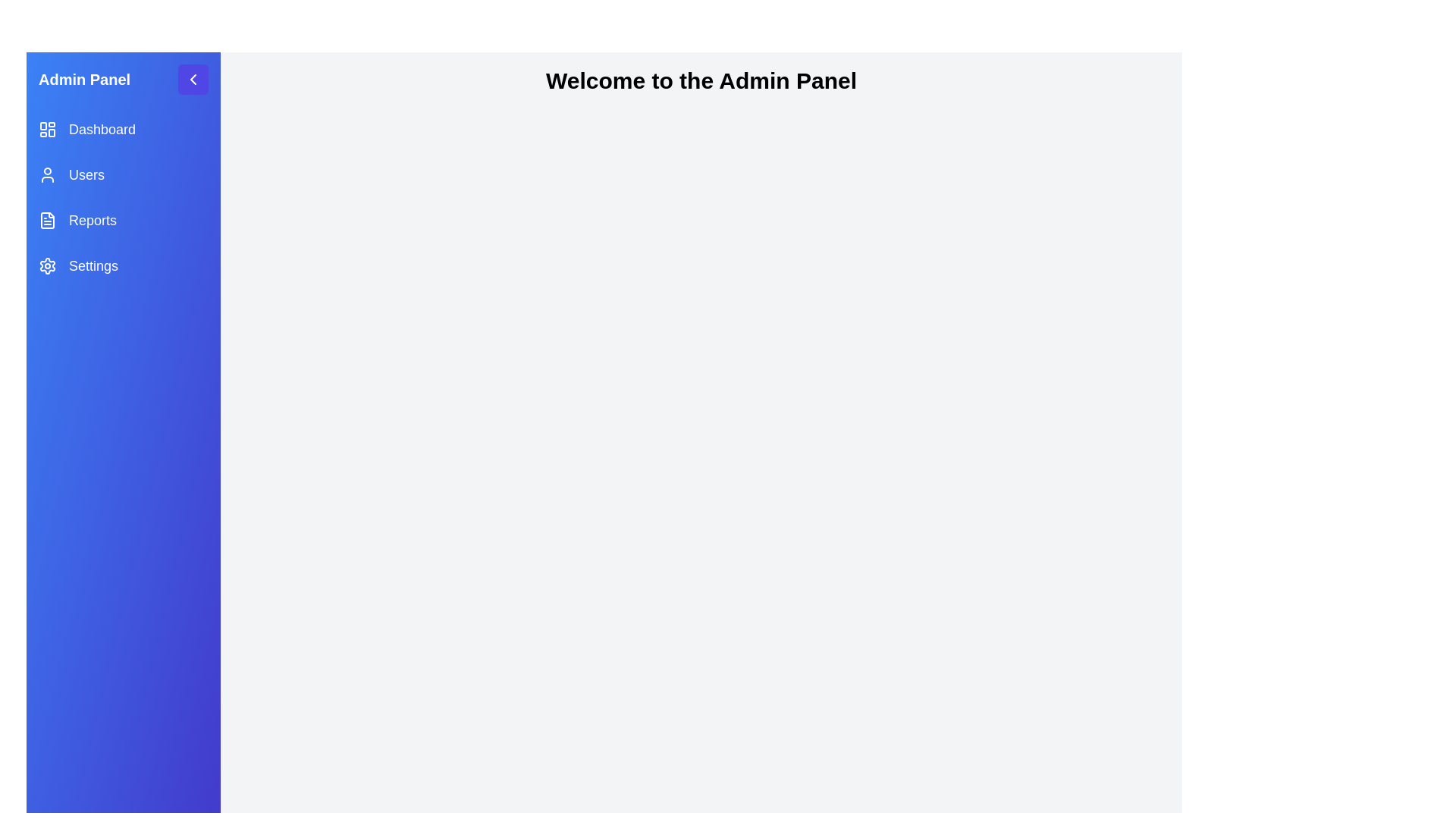 The width and height of the screenshot is (1456, 819). Describe the element at coordinates (83, 79) in the screenshot. I see `the header text indicating 'Admin Panel' located at the top-left section of the interface, which is to the left of a purple button with a right-pointing arrow icon` at that location.